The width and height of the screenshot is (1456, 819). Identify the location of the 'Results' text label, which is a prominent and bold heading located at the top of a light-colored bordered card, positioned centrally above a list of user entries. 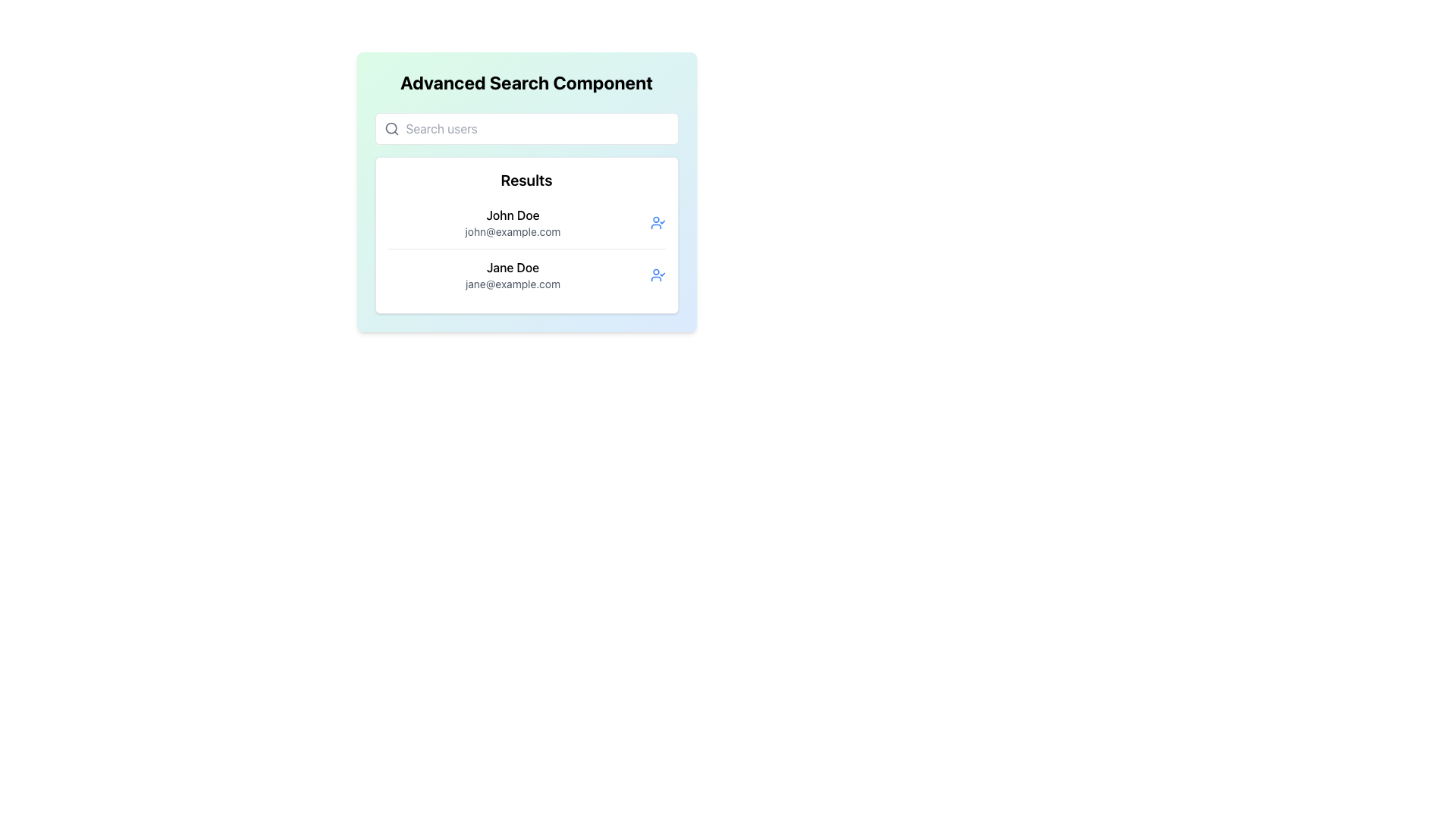
(526, 180).